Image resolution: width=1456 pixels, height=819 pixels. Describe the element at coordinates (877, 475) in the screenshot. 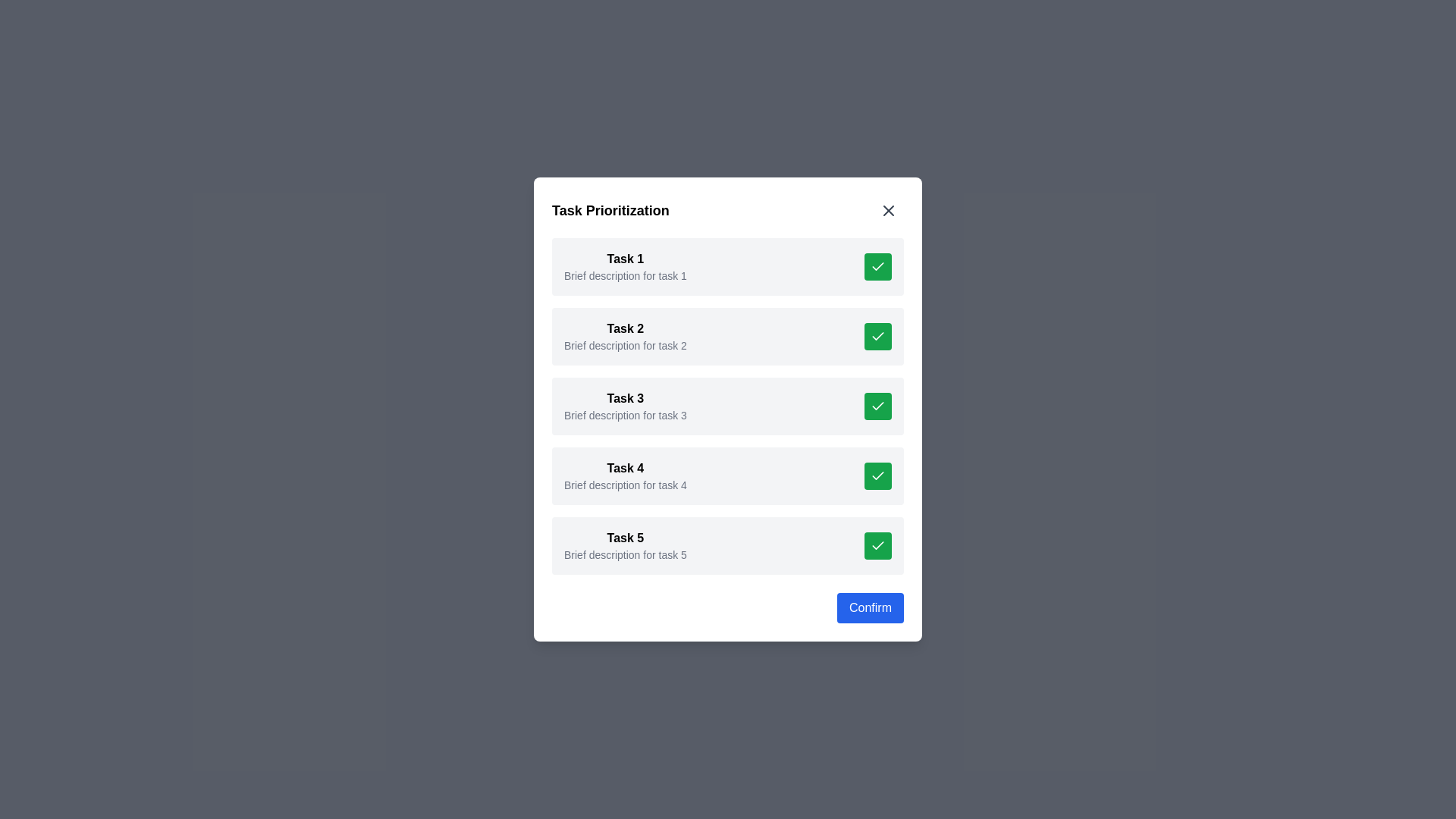

I see `the completed status icon within the green button located in the bottom-right corner of the 'Task 4' row to indicate that the task is marked as complete` at that location.